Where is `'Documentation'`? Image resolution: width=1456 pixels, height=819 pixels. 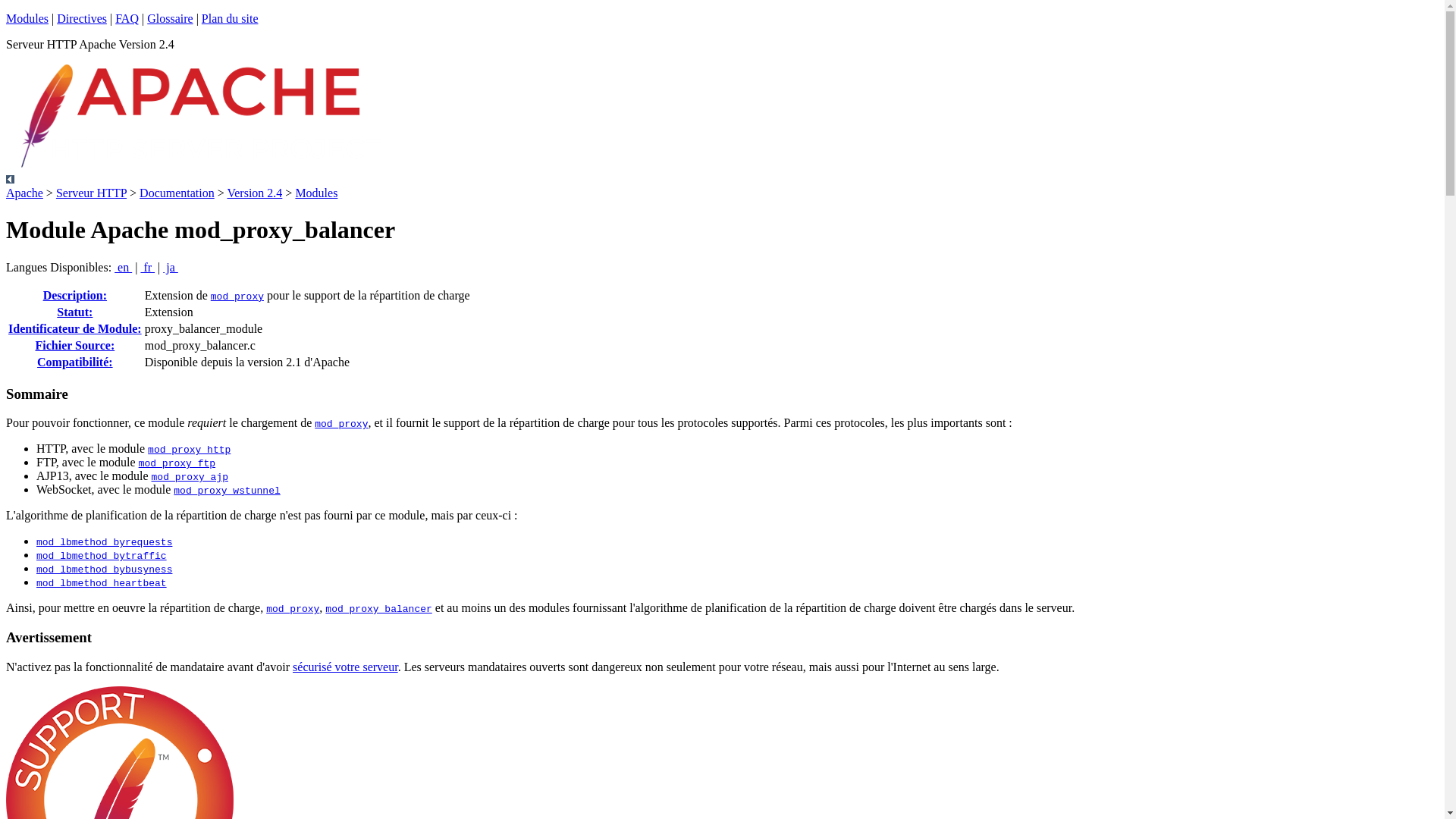
'Documentation' is located at coordinates (177, 192).